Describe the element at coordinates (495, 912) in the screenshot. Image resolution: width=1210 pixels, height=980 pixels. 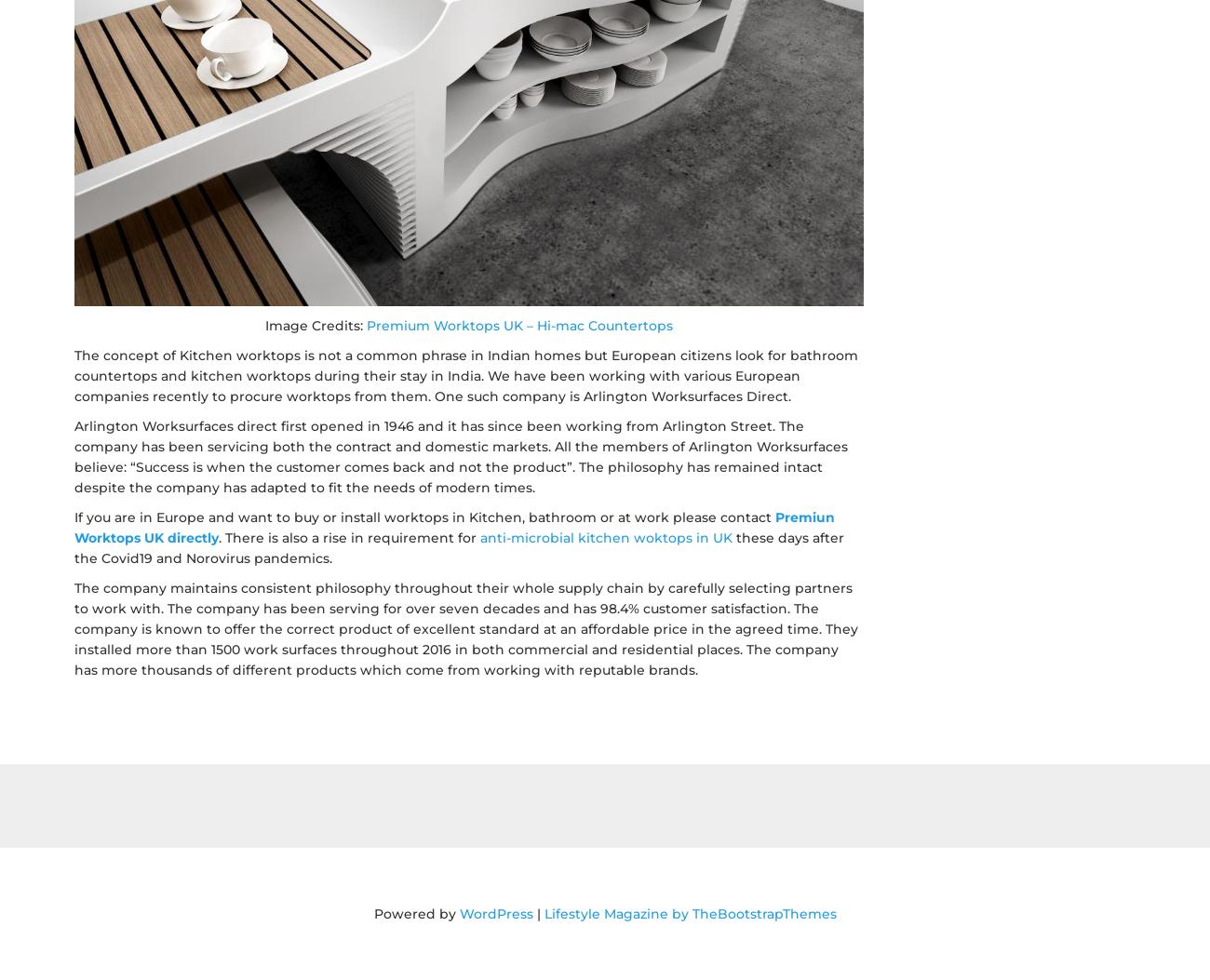
I see `'WordPress'` at that location.